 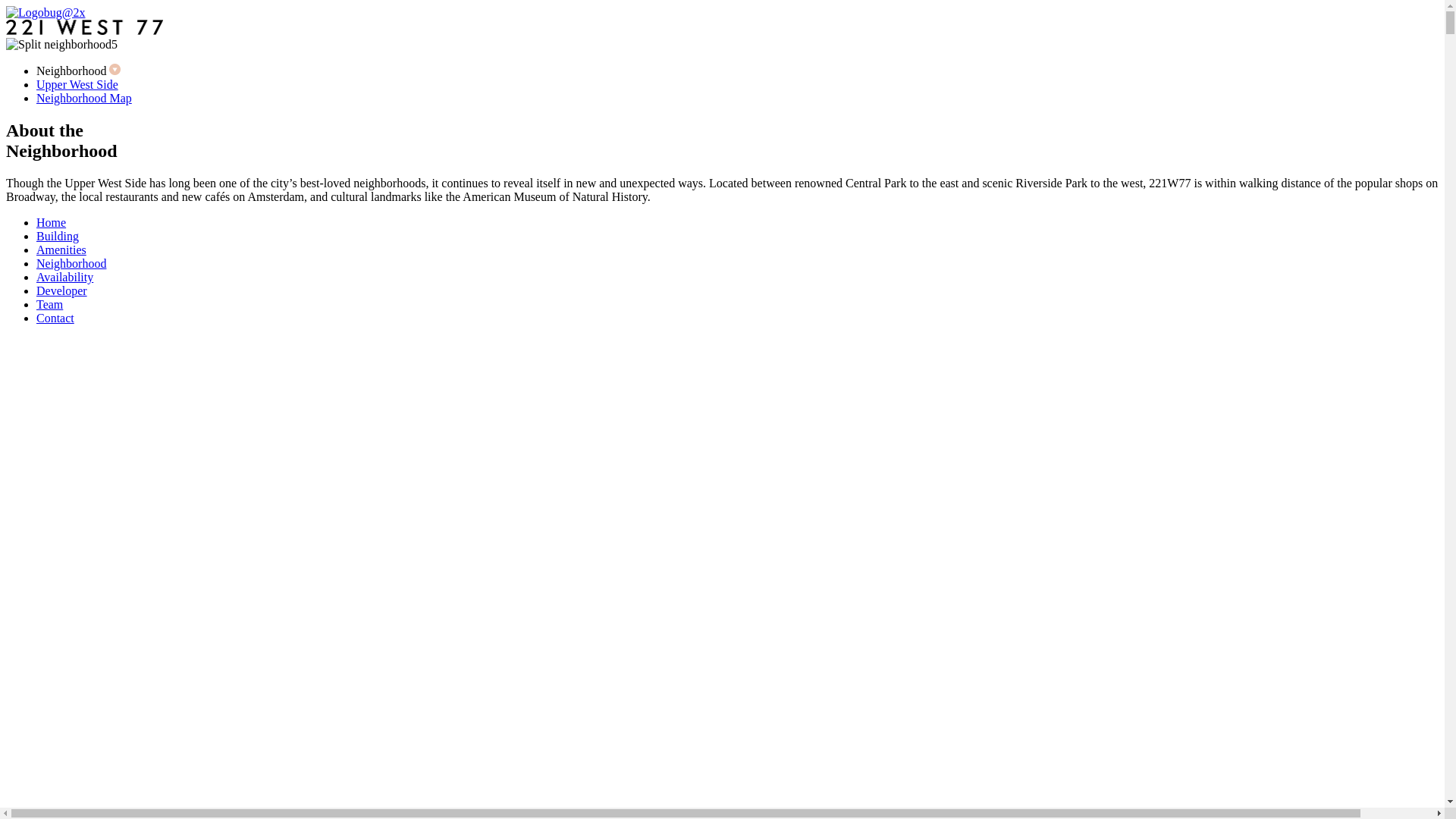 What do you see at coordinates (76, 84) in the screenshot?
I see `'Upper West Side'` at bounding box center [76, 84].